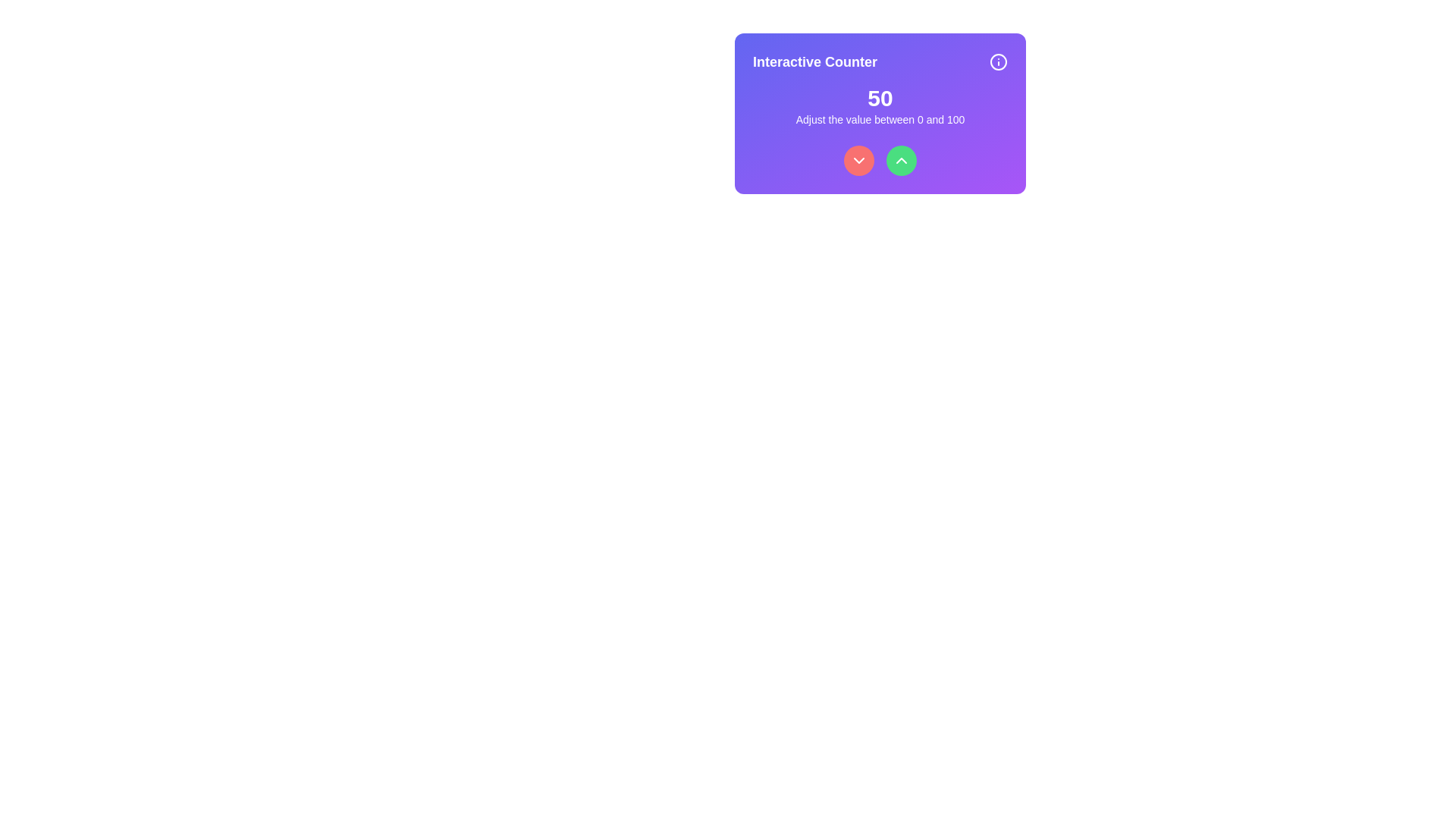 Image resolution: width=1456 pixels, height=819 pixels. Describe the element at coordinates (880, 105) in the screenshot. I see `descriptive text located in the display panel for the counter, which shows the number '50' and guidance on the adjustable range` at that location.